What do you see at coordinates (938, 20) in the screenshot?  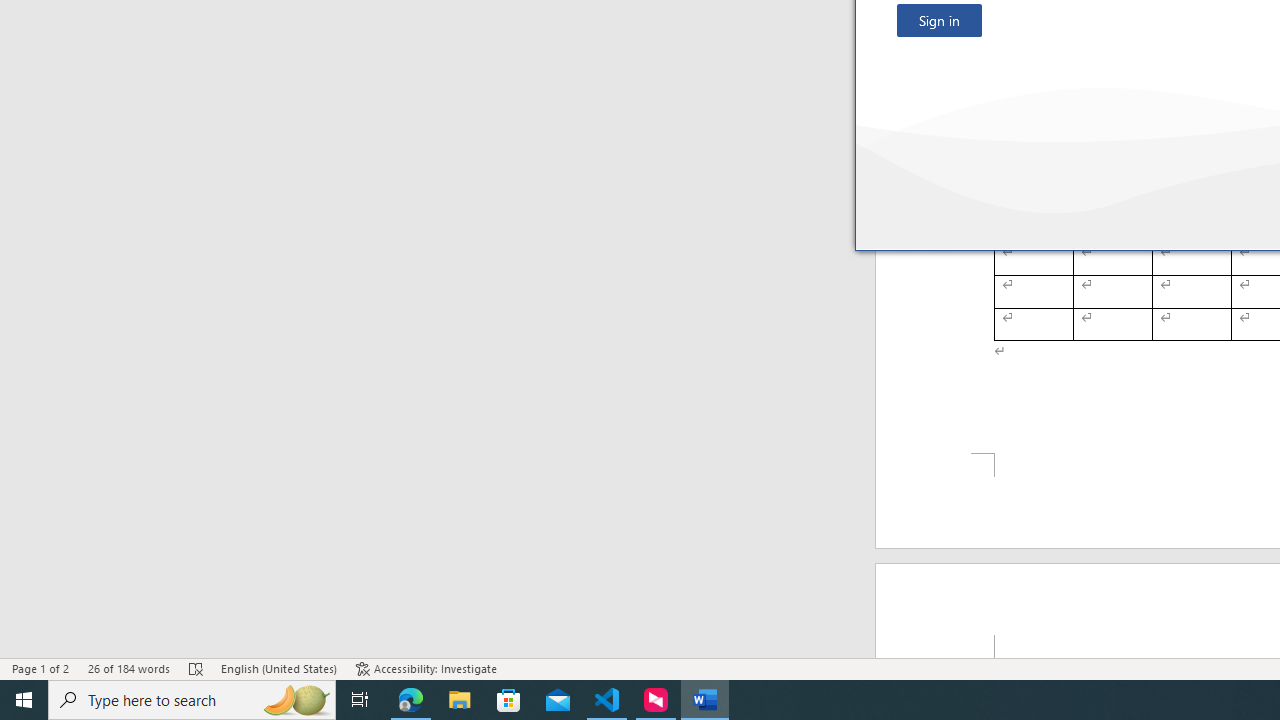 I see `'Sign in'` at bounding box center [938, 20].